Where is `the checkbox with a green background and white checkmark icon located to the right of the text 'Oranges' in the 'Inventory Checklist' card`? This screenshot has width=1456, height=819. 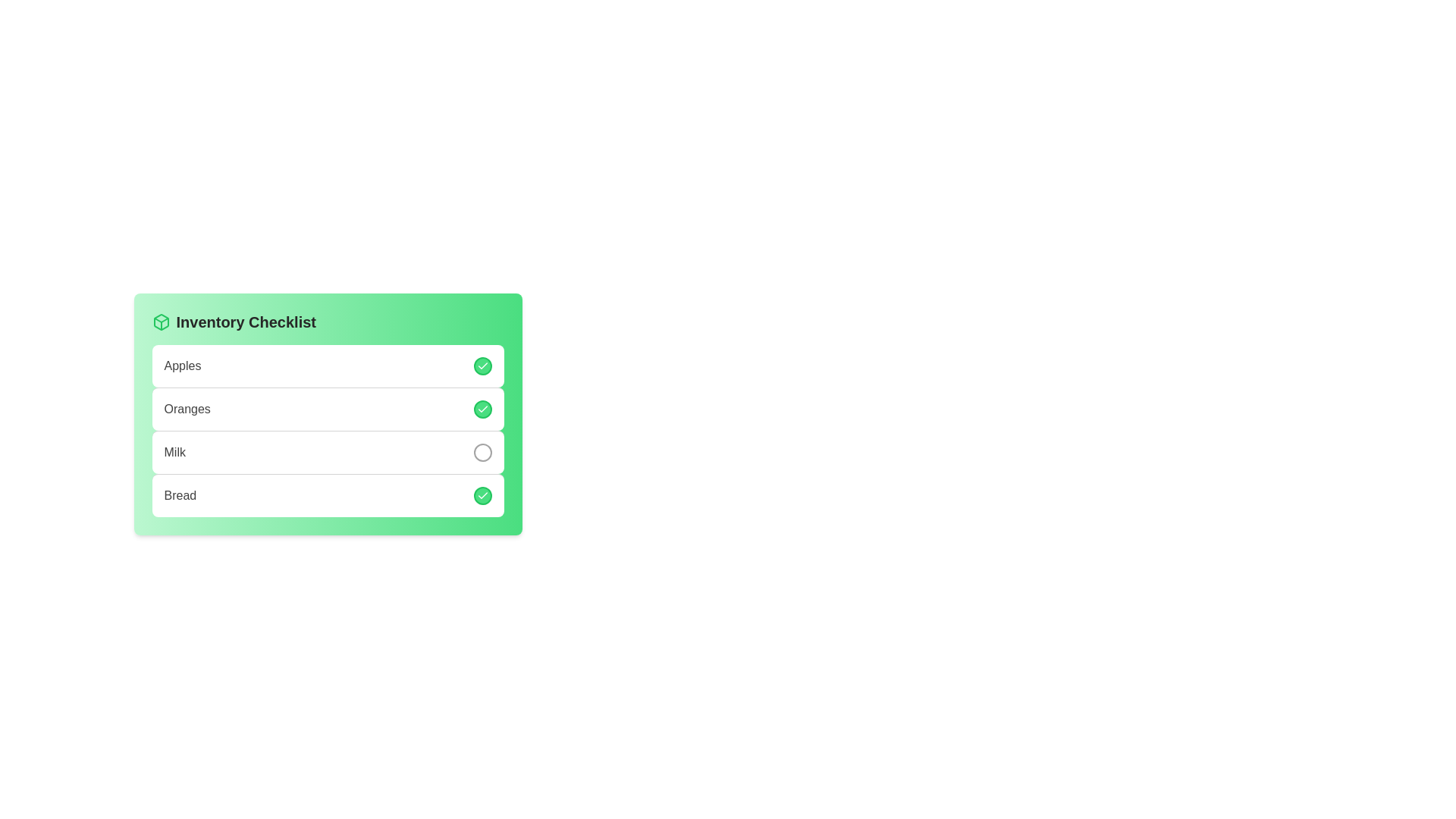 the checkbox with a green background and white checkmark icon located to the right of the text 'Oranges' in the 'Inventory Checklist' card is located at coordinates (482, 409).